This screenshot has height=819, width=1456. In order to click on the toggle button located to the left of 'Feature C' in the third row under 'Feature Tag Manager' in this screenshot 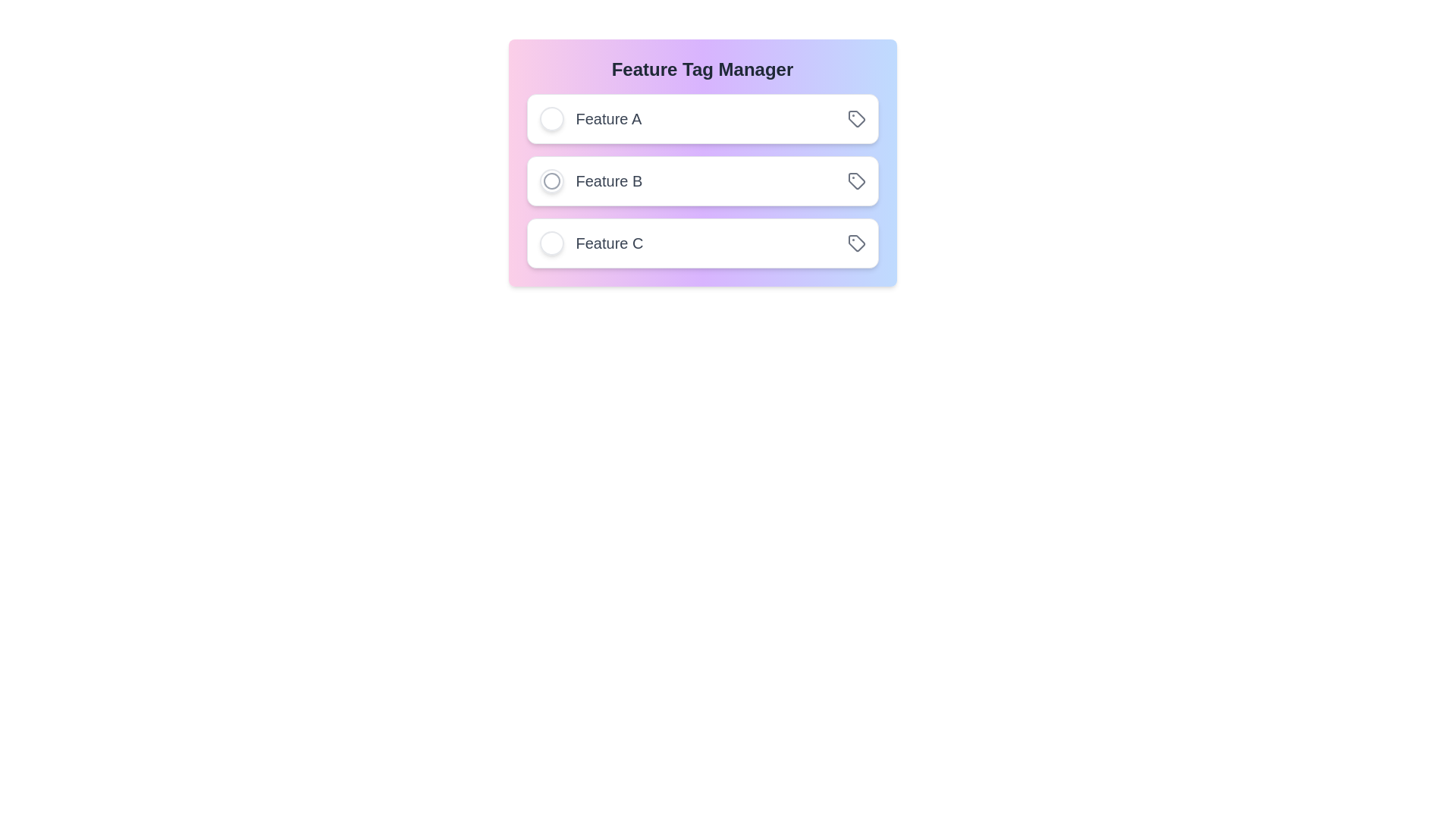, I will do `click(551, 242)`.